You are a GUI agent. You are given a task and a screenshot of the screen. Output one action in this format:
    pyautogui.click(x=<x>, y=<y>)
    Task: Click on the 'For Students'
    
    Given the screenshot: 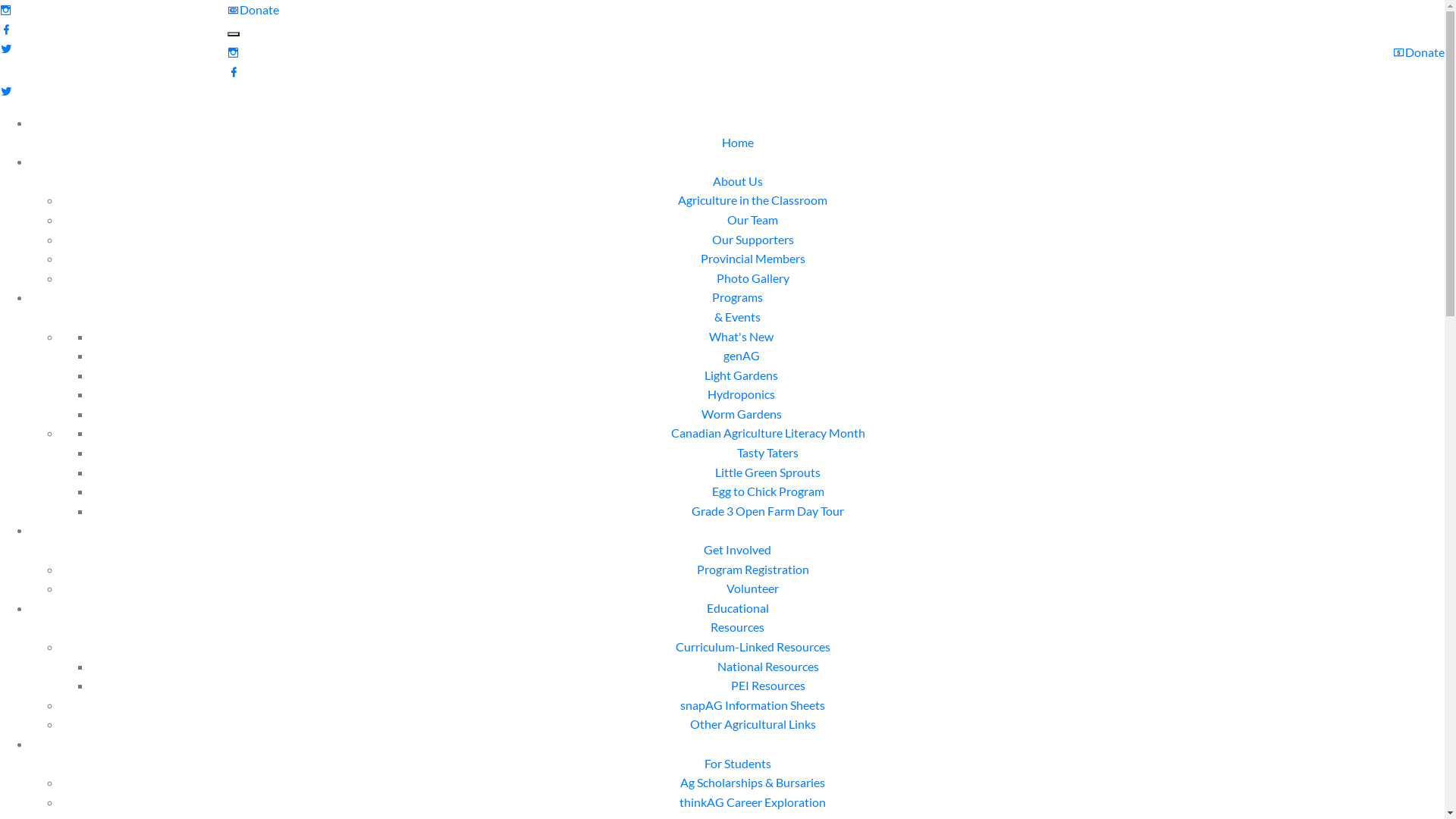 What is the action you would take?
    pyautogui.click(x=702, y=773)
    